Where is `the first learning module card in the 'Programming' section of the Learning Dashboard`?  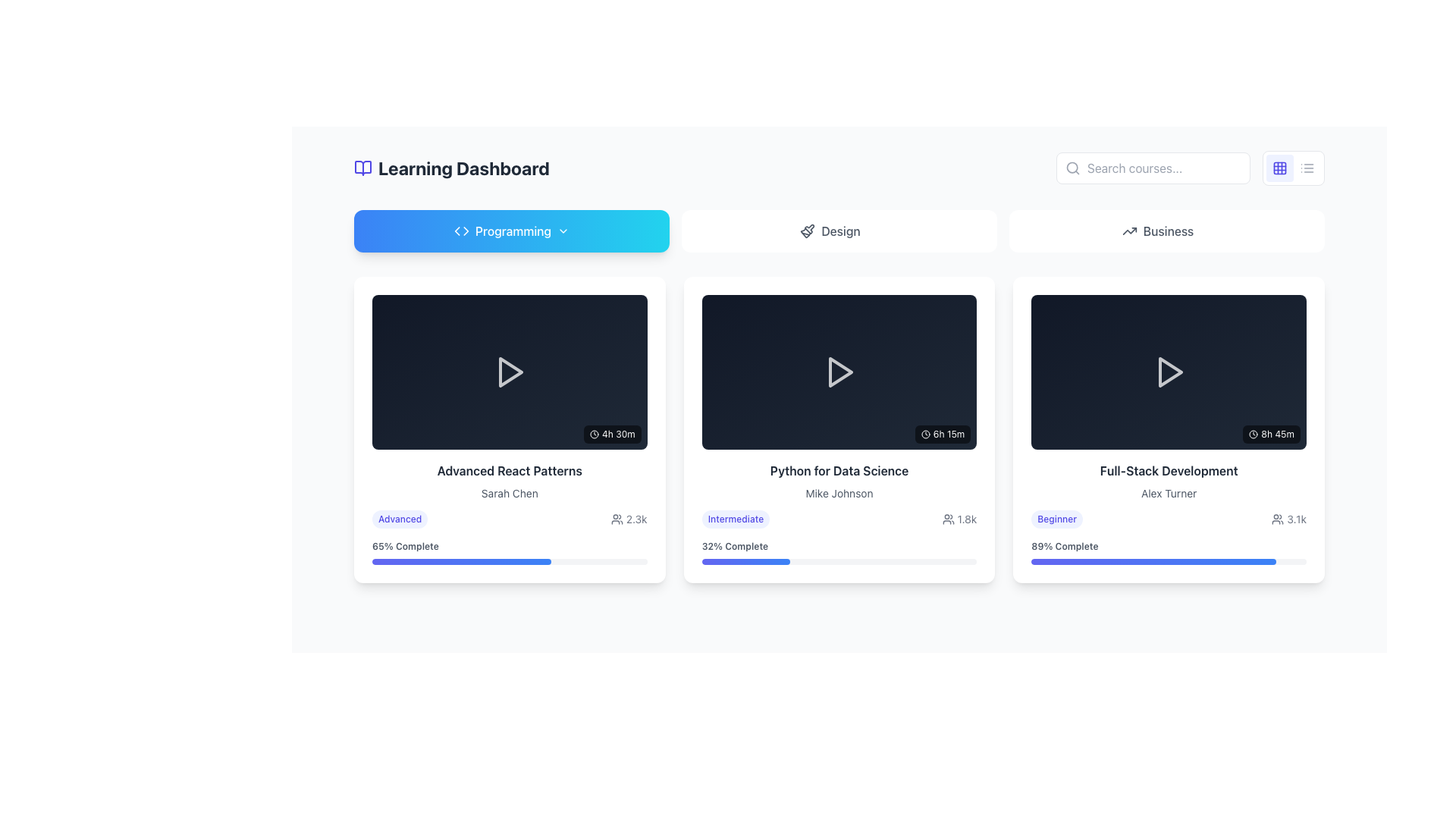 the first learning module card in the 'Programming' section of the Learning Dashboard is located at coordinates (510, 430).